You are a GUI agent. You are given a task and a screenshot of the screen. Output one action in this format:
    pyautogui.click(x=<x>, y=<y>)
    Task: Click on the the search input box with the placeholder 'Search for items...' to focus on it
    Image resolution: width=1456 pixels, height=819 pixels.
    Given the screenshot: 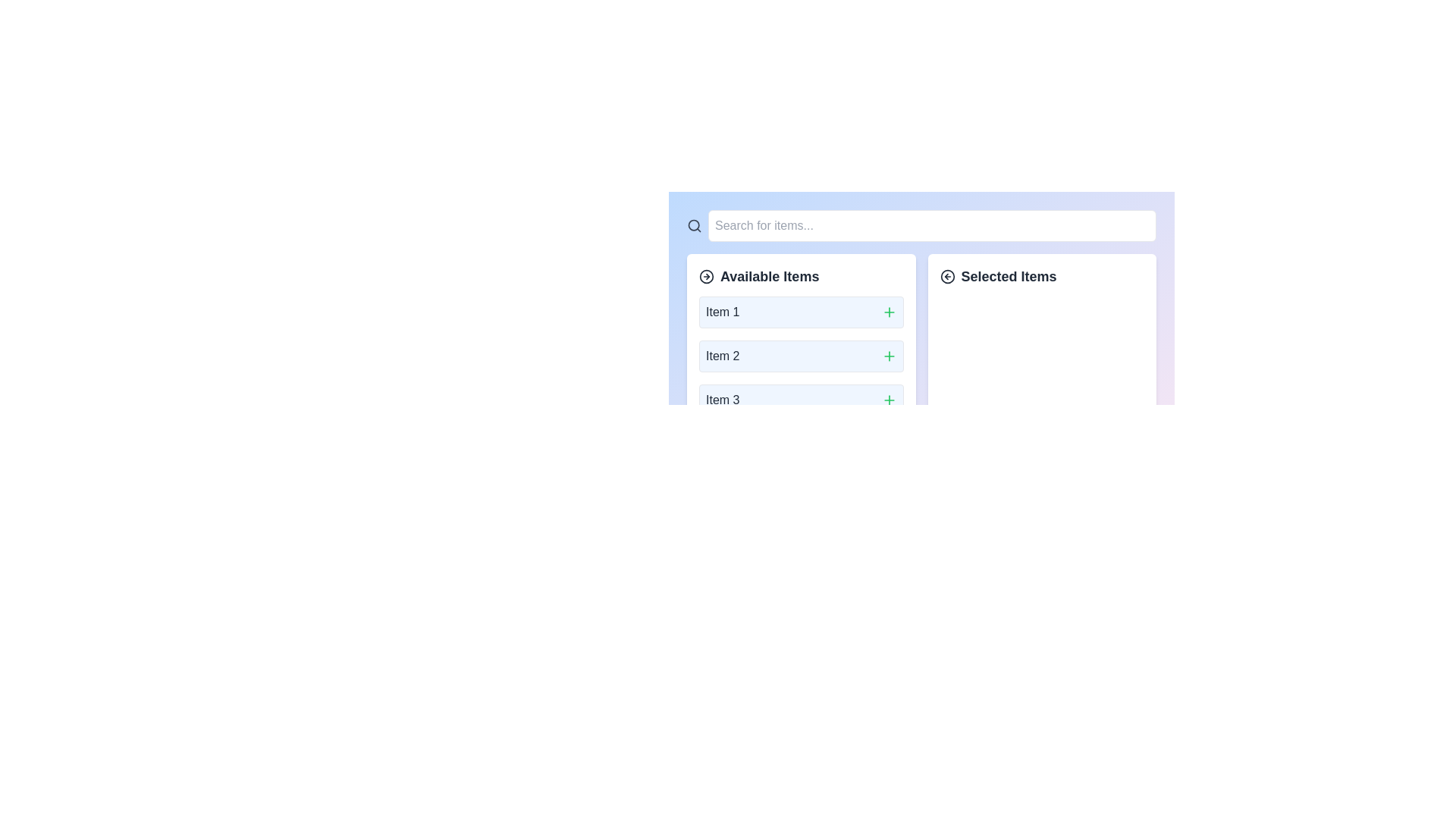 What is the action you would take?
    pyautogui.click(x=931, y=225)
    